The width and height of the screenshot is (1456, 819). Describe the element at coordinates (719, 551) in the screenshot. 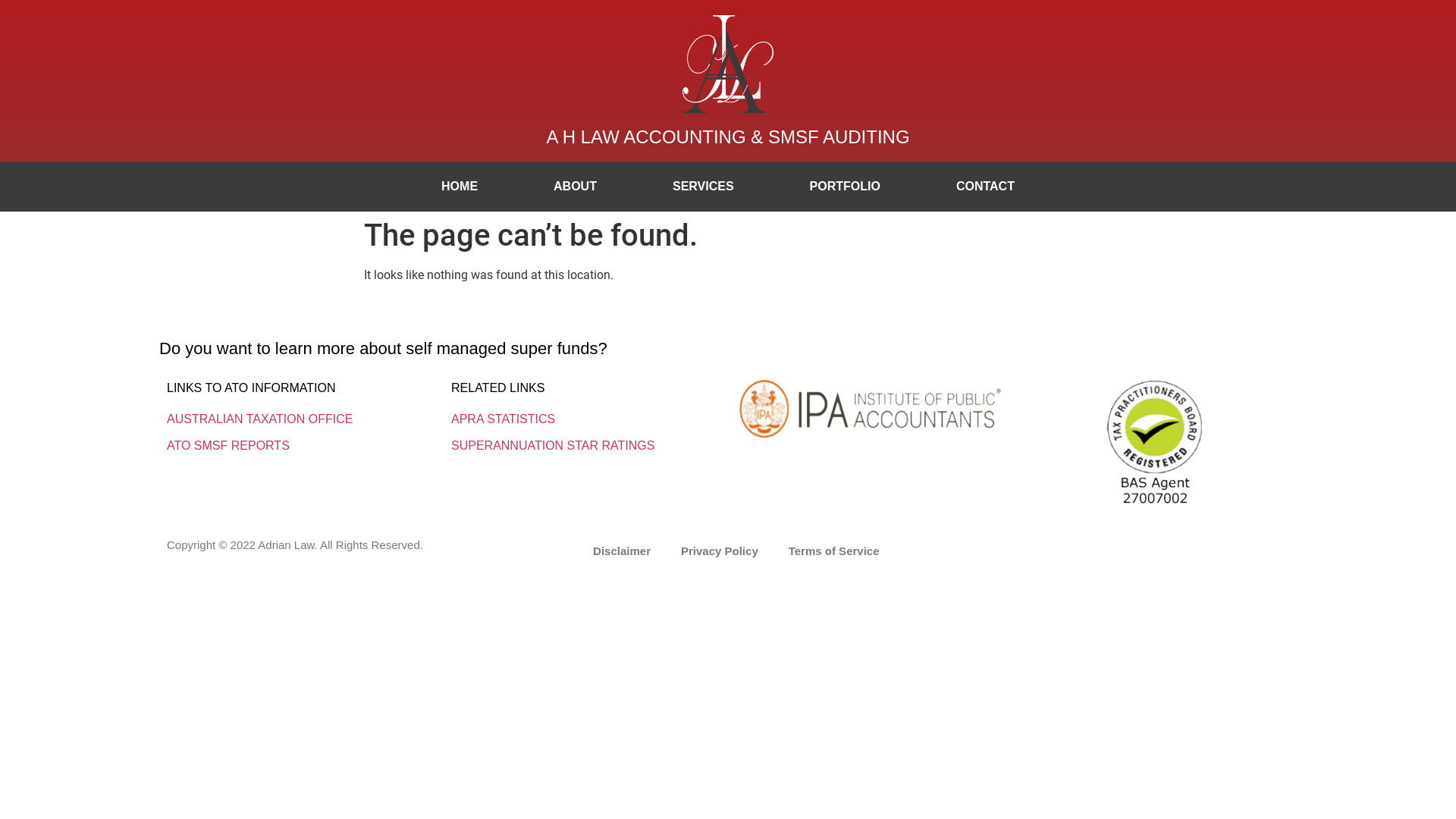

I see `'Privacy Policy'` at that location.